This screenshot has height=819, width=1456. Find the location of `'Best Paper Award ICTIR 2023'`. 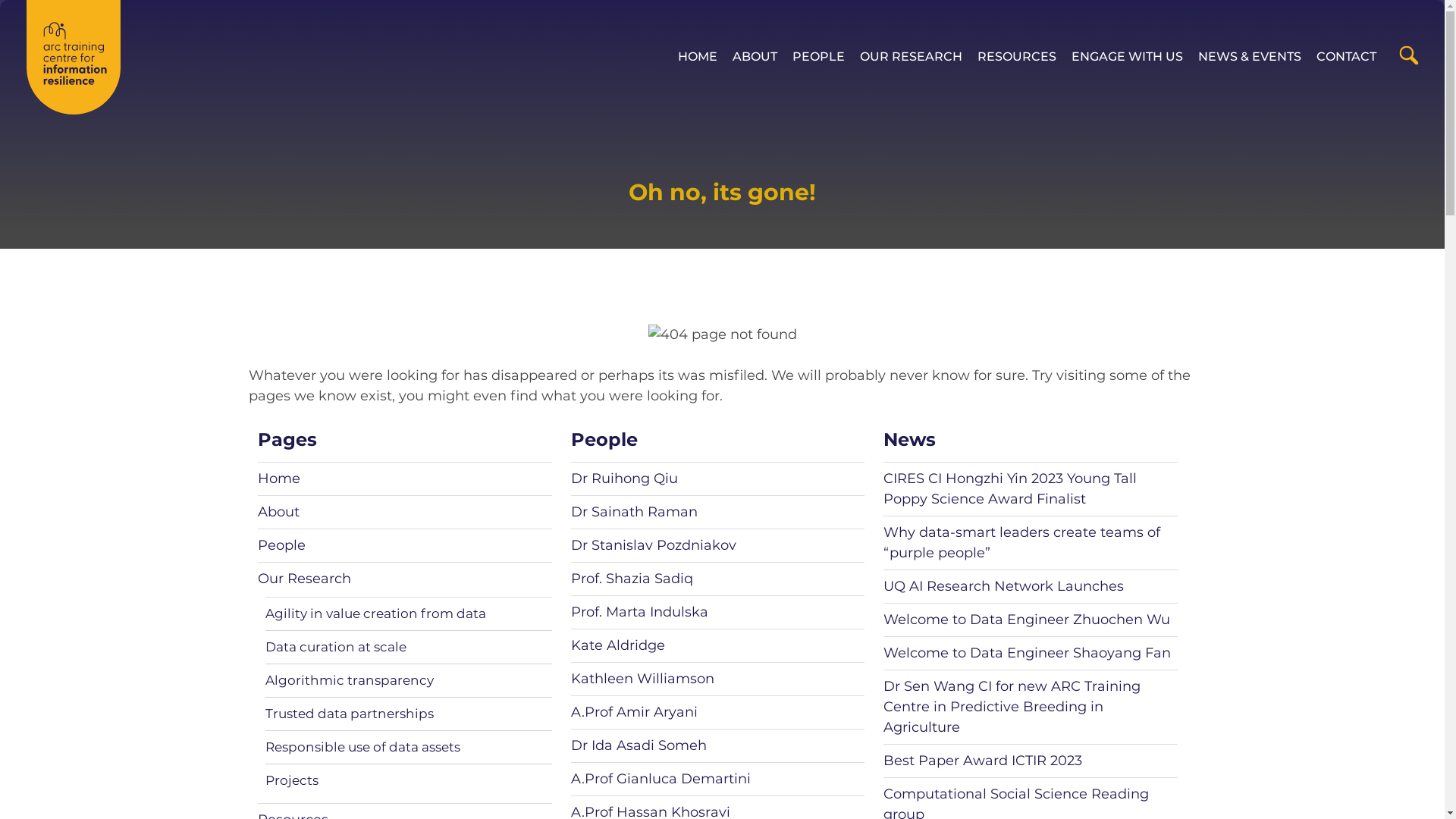

'Best Paper Award ICTIR 2023' is located at coordinates (883, 760).